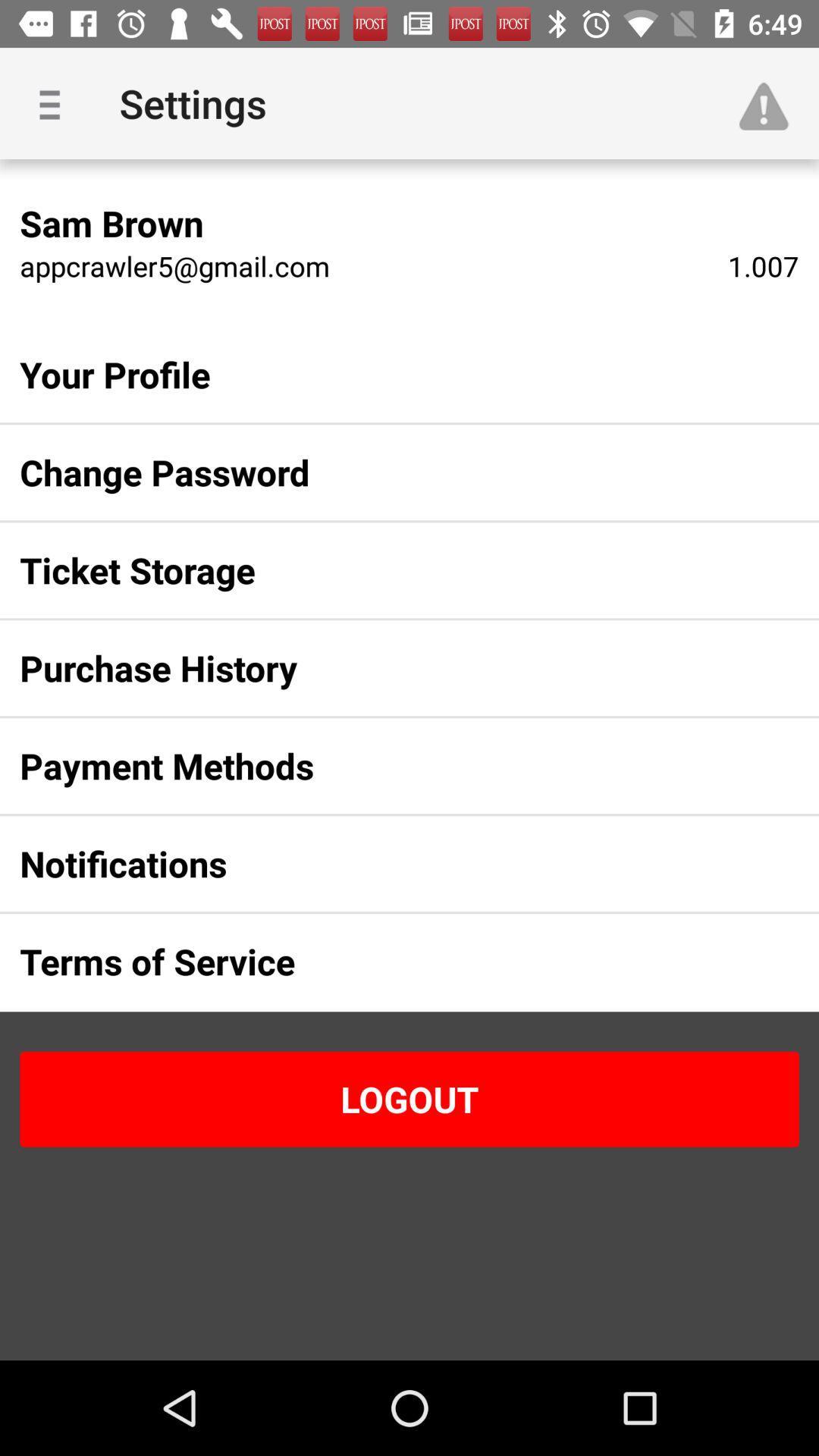  What do you see at coordinates (384, 667) in the screenshot?
I see `the purchase history item` at bounding box center [384, 667].